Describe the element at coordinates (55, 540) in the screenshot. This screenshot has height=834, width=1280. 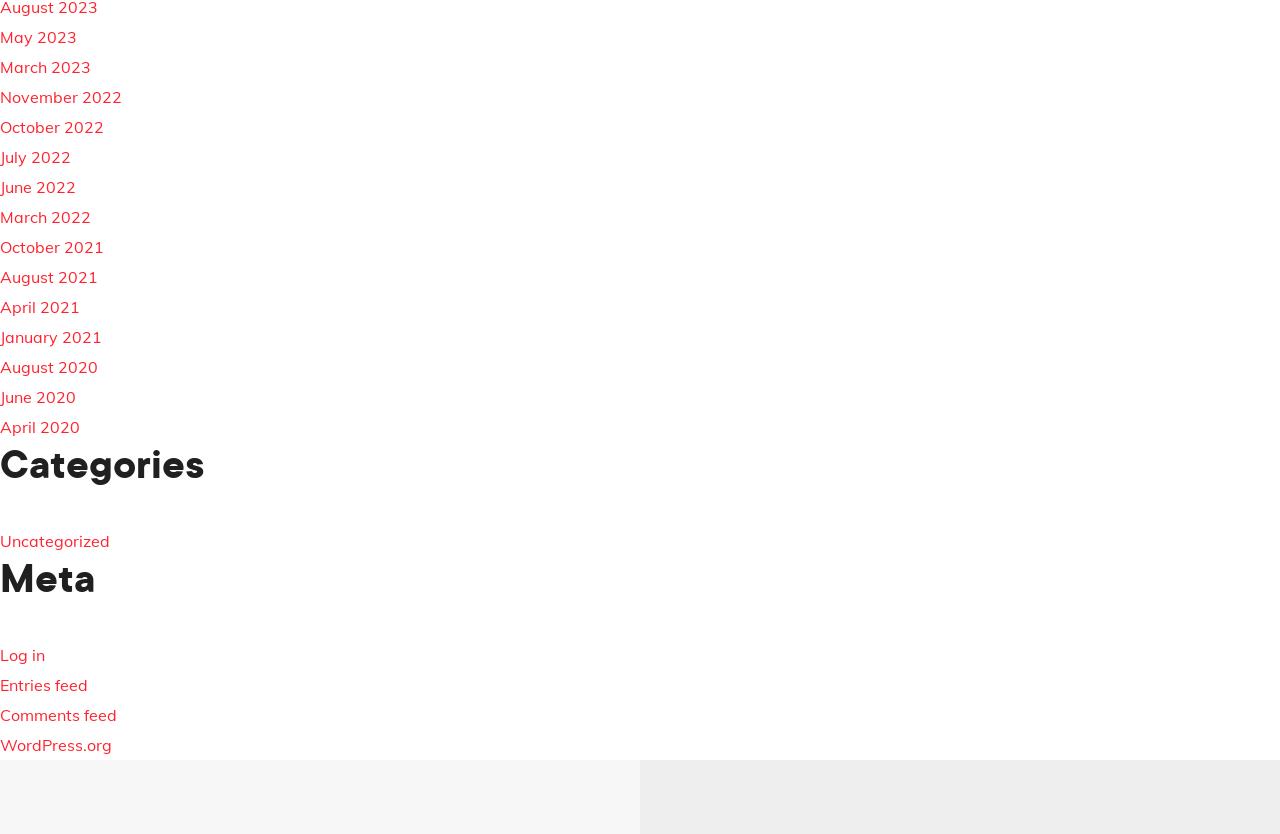
I see `'Uncategorized'` at that location.